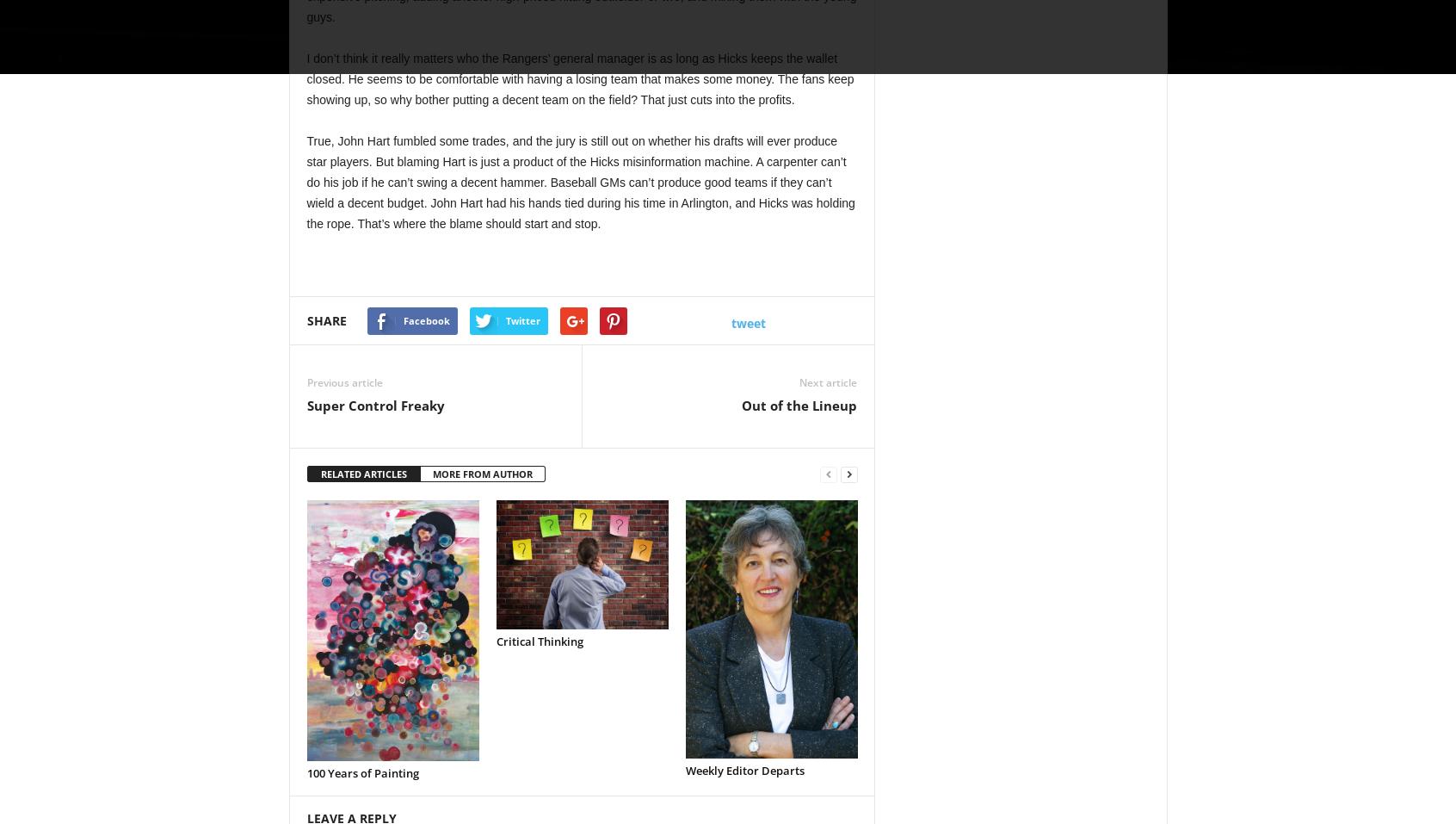 The image size is (1456, 824). I want to click on 'Super Control Freaky', so click(374, 405).